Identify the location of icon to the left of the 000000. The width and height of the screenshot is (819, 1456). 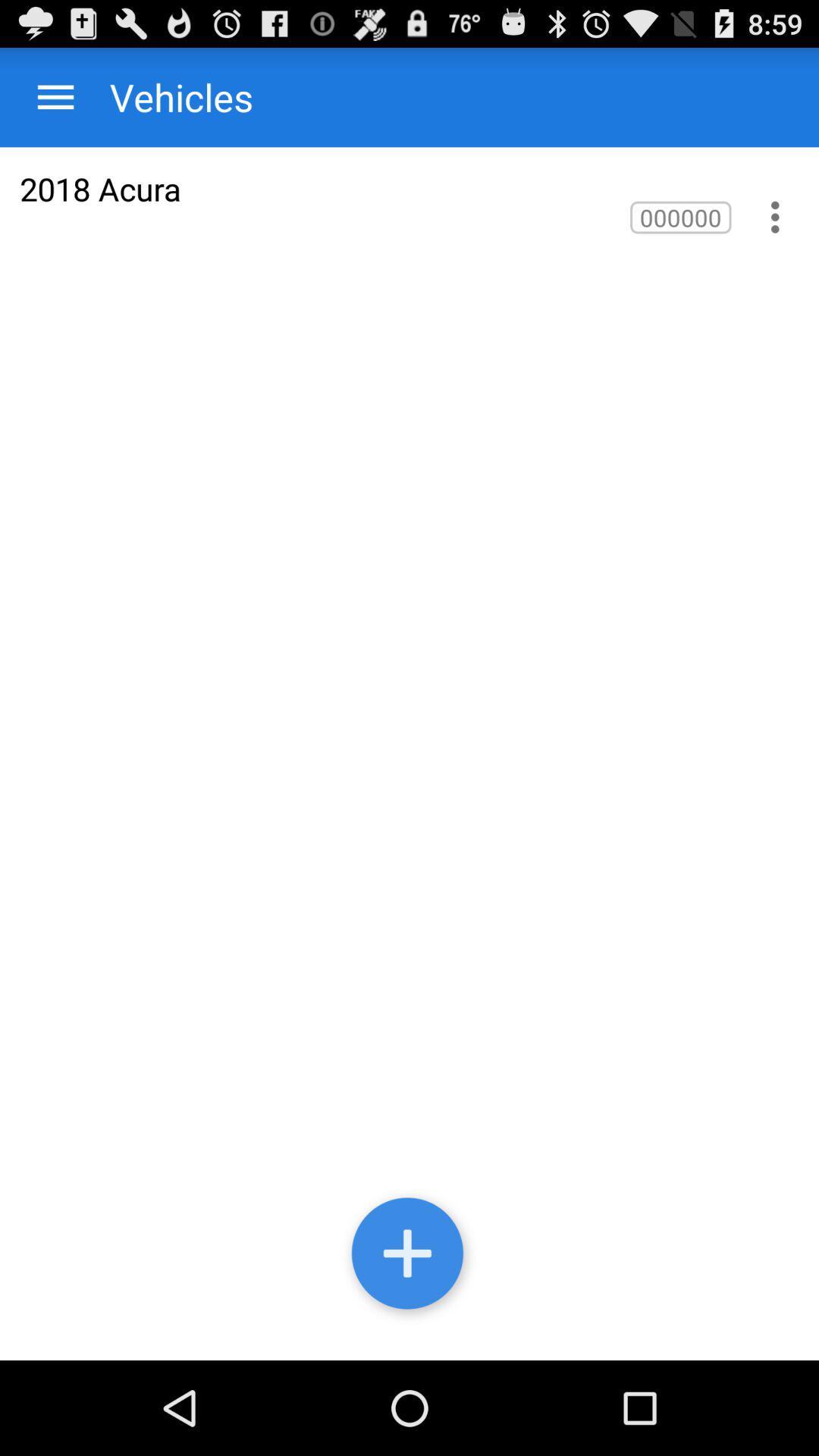
(100, 188).